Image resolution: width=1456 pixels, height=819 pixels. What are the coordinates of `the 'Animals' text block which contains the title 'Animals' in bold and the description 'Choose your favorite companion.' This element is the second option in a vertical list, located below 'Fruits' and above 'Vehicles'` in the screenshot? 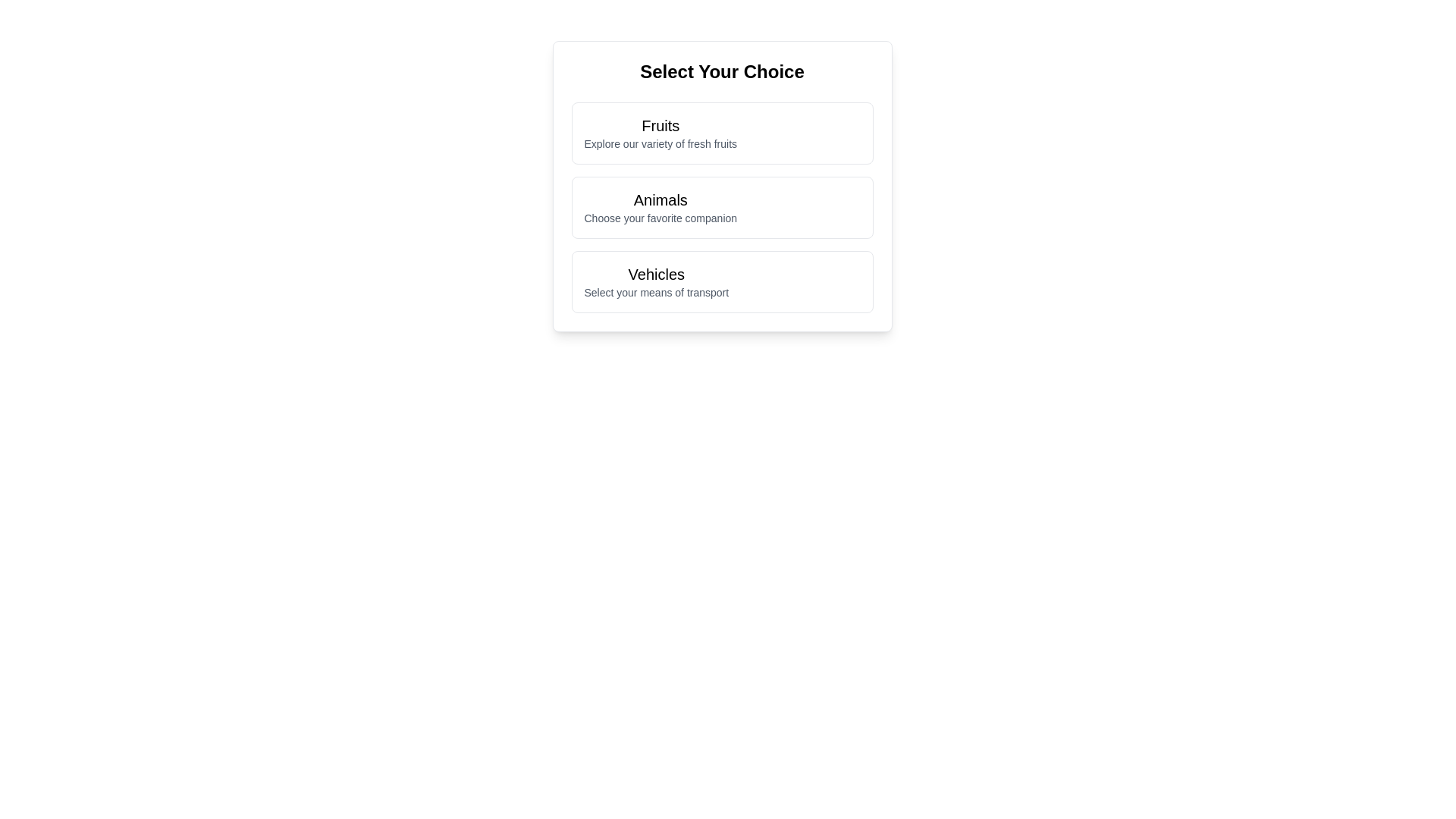 It's located at (661, 207).